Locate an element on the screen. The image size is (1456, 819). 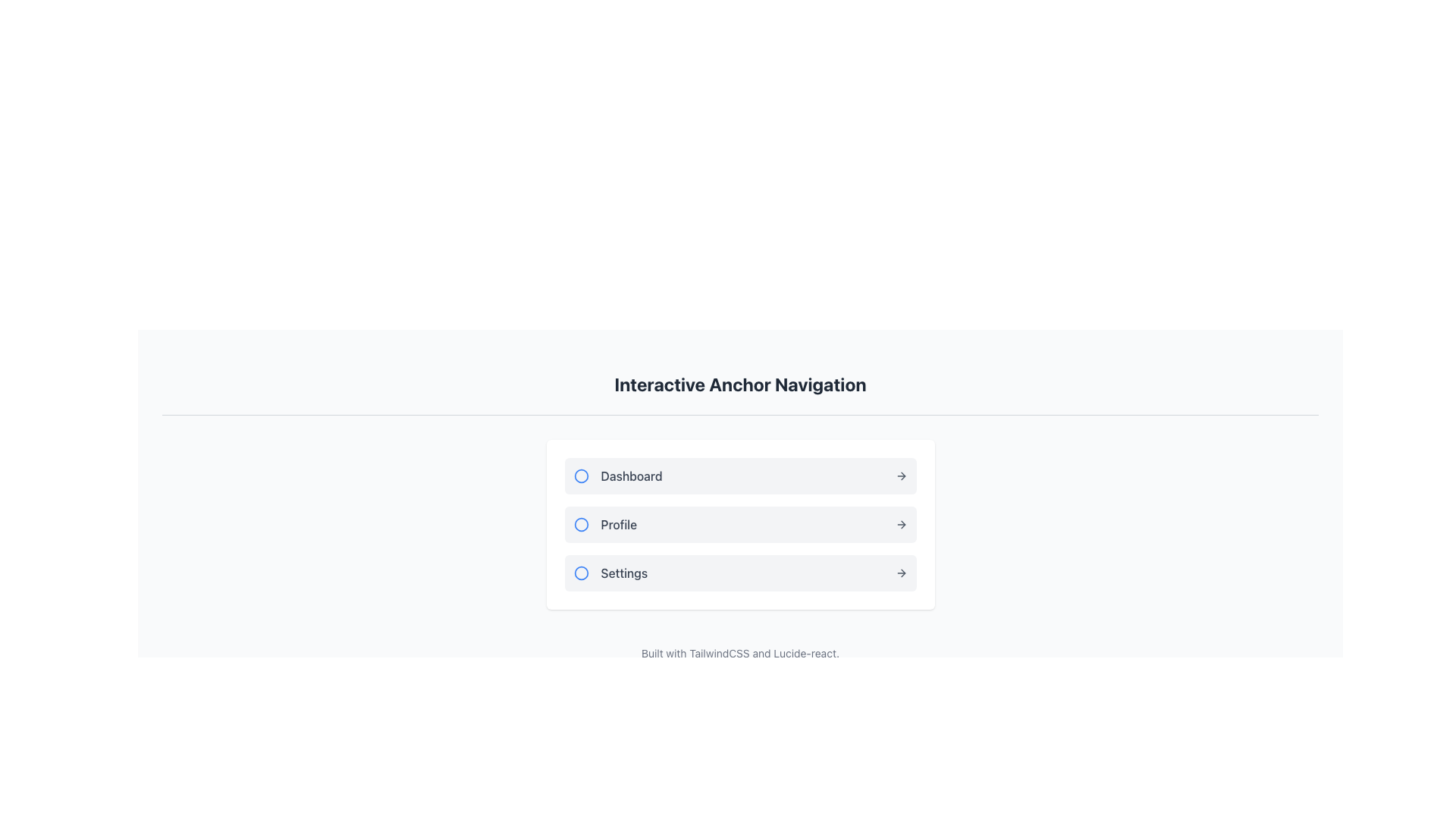
the 'Profile' button, which is the second item in a vertical list of three buttons, to trigger a visual change is located at coordinates (740, 523).